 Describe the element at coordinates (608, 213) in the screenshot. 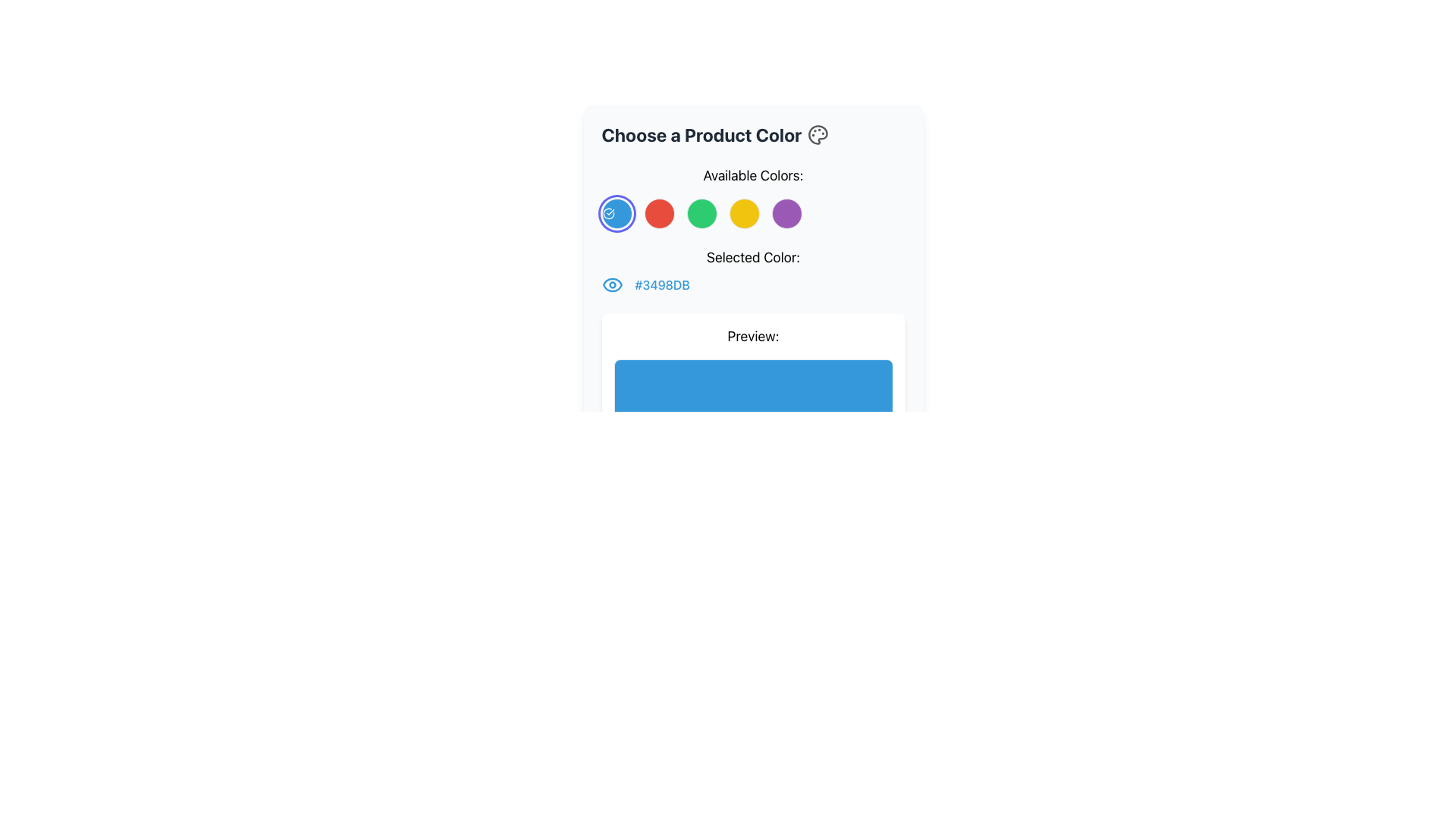

I see `the circular icon with a white check mark on a blue background, which is the first item in the row under 'Available Colors:'` at that location.